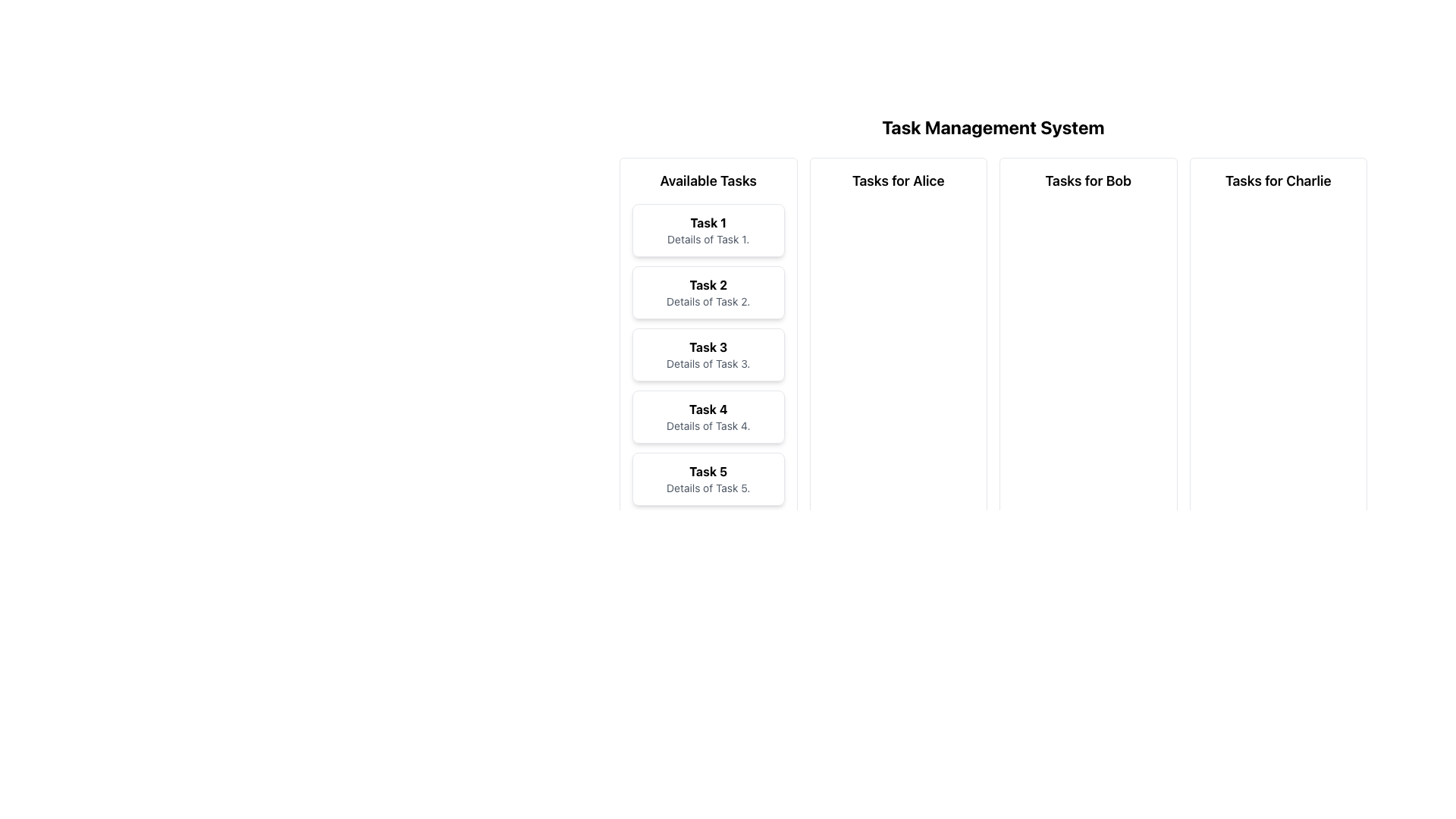 Image resolution: width=1456 pixels, height=819 pixels. Describe the element at coordinates (708, 292) in the screenshot. I see `the rectangular card displaying 'Task 2' with rounded corners and shadow, located in the 'Available Tasks' section` at that location.